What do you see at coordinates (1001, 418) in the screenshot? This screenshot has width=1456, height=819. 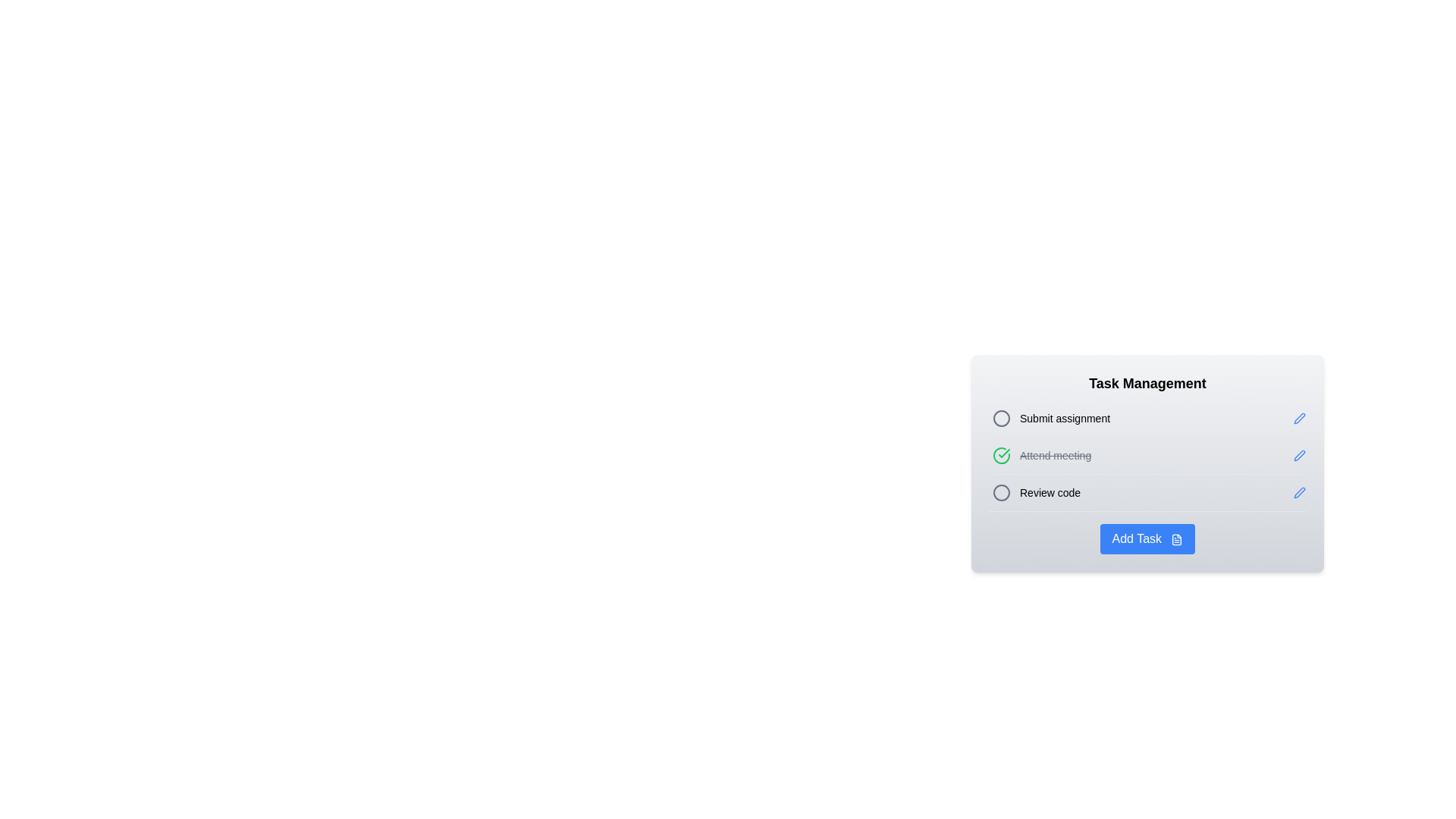 I see `the unselected radio button located to the left of the 'Submit assignment' task in the task management list` at bounding box center [1001, 418].